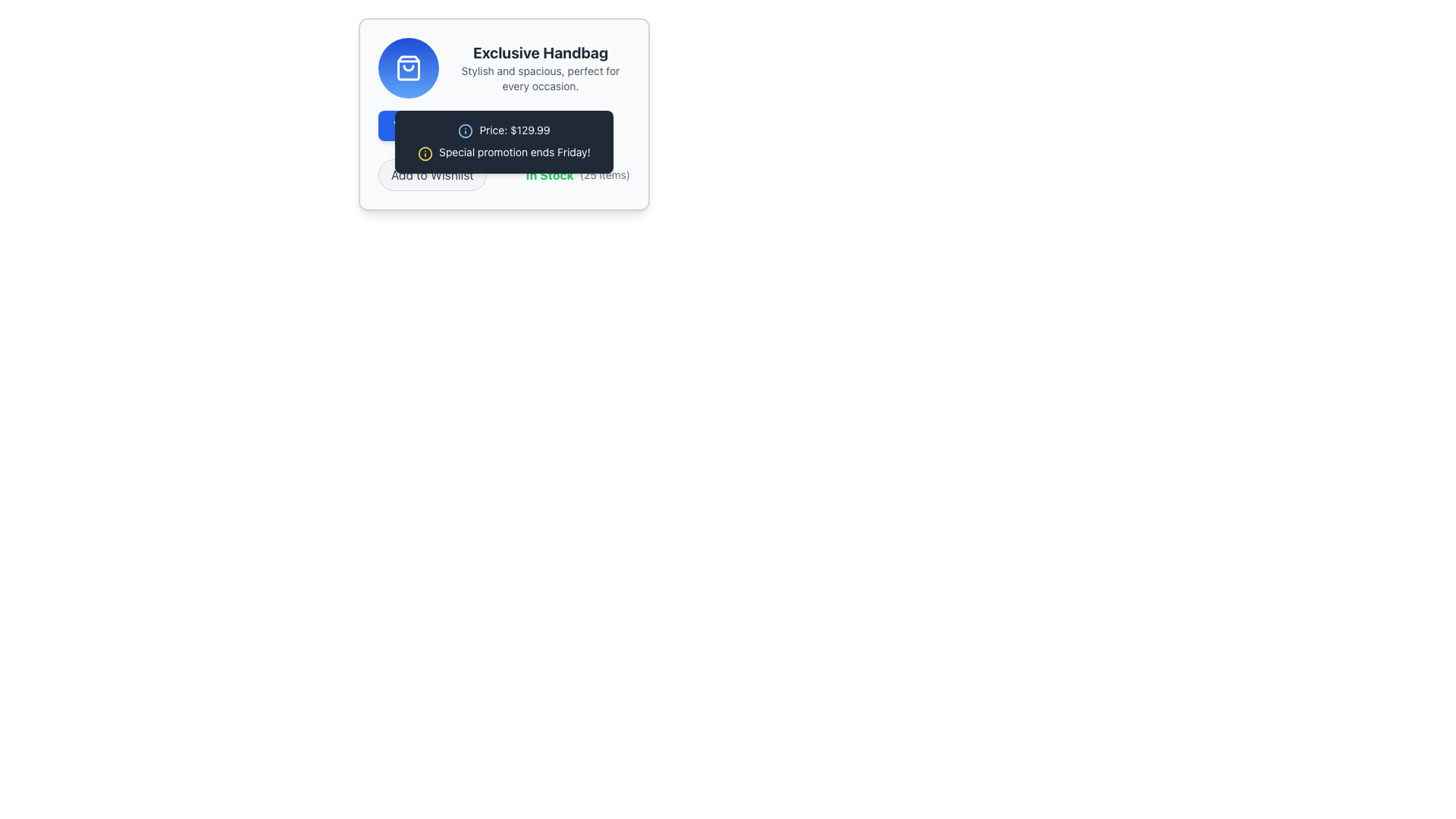  Describe the element at coordinates (549, 174) in the screenshot. I see `status information displayed by the 'In Stock' text label, which is in green, bold font and positioned in the bottom portion of the card interface` at that location.